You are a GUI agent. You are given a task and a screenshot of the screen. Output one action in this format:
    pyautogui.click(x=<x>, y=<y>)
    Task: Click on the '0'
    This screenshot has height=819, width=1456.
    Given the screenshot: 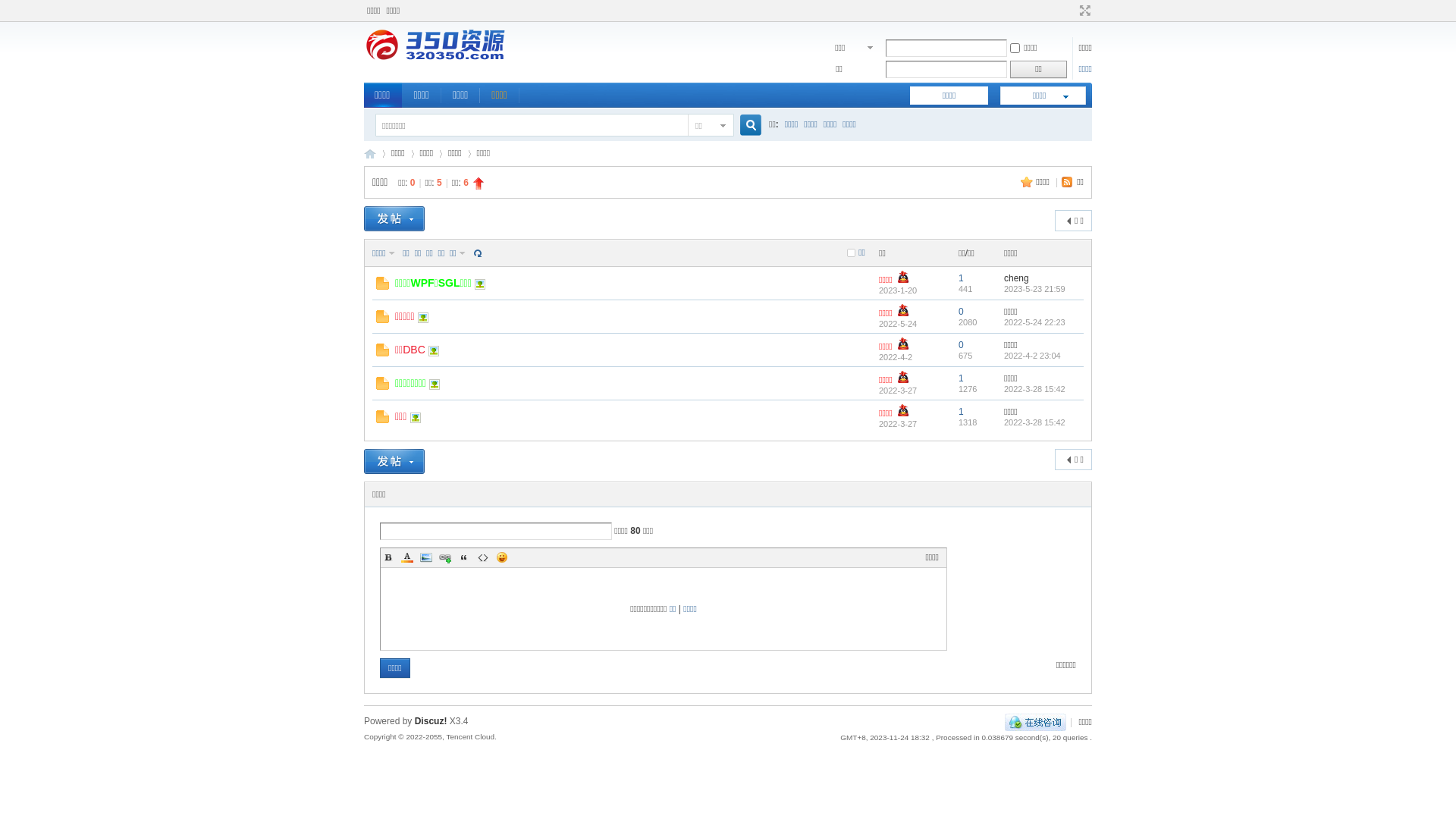 What is the action you would take?
    pyautogui.click(x=957, y=345)
    